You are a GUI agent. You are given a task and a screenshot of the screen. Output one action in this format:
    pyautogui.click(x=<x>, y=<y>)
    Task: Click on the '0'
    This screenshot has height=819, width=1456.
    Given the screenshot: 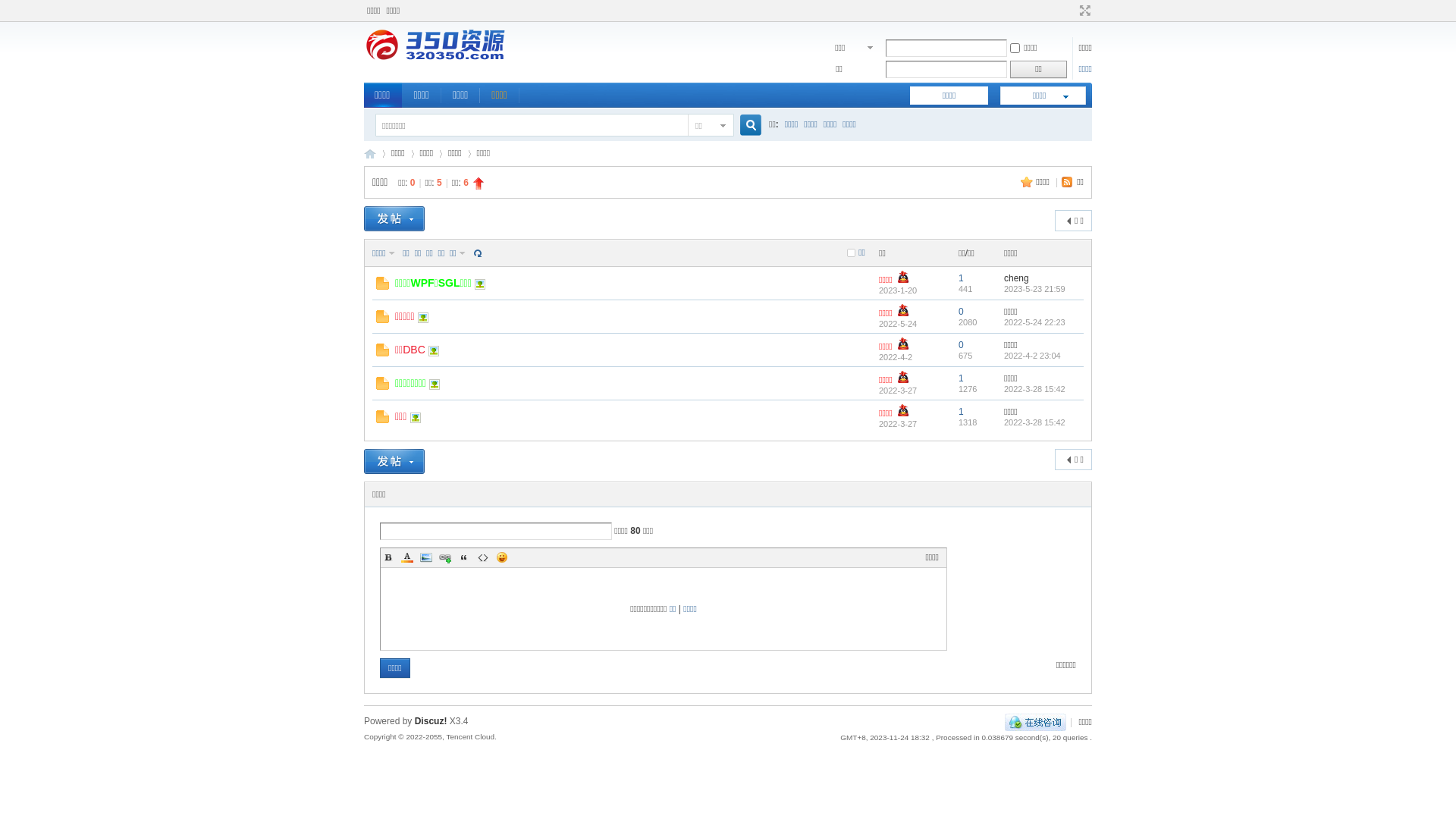 What is the action you would take?
    pyautogui.click(x=957, y=345)
    